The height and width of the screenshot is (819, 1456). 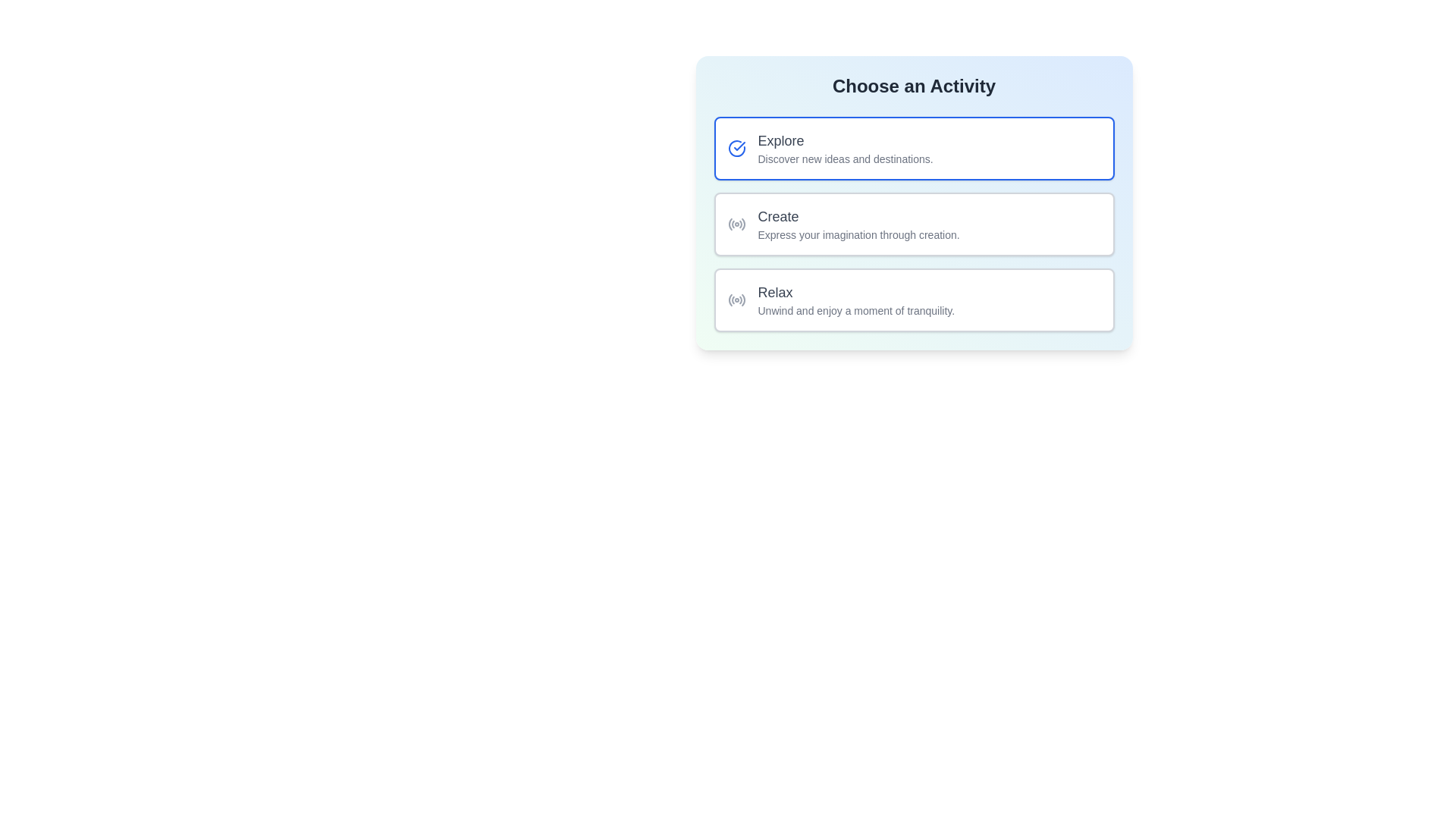 I want to click on the fifth and outermost curved line of the circular radio button-like graphic, which is styled with a gray stroke and no fill, located to the left of the 'Create' option text, so click(x=742, y=224).